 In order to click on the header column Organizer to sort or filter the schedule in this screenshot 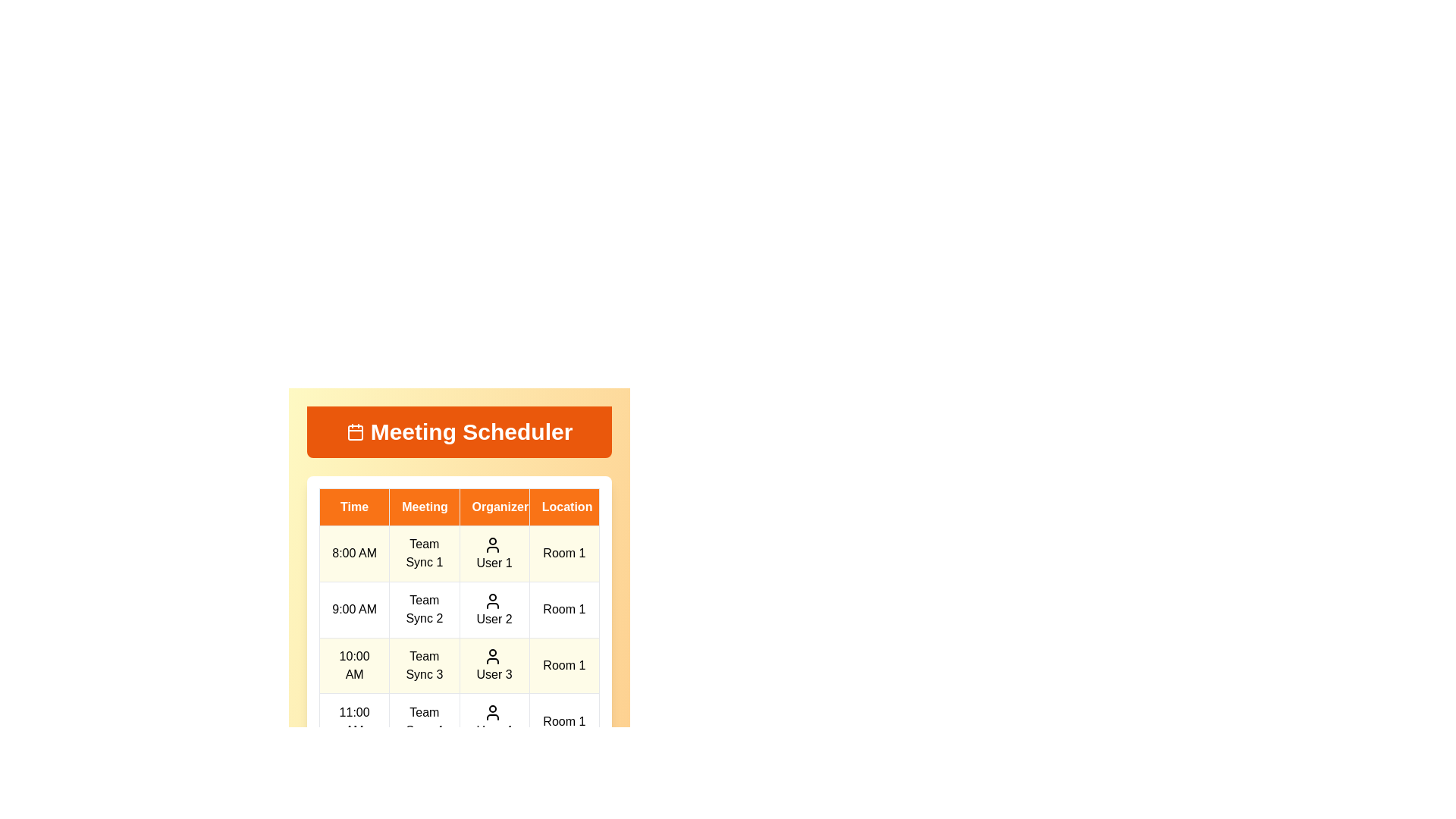, I will do `click(494, 507)`.